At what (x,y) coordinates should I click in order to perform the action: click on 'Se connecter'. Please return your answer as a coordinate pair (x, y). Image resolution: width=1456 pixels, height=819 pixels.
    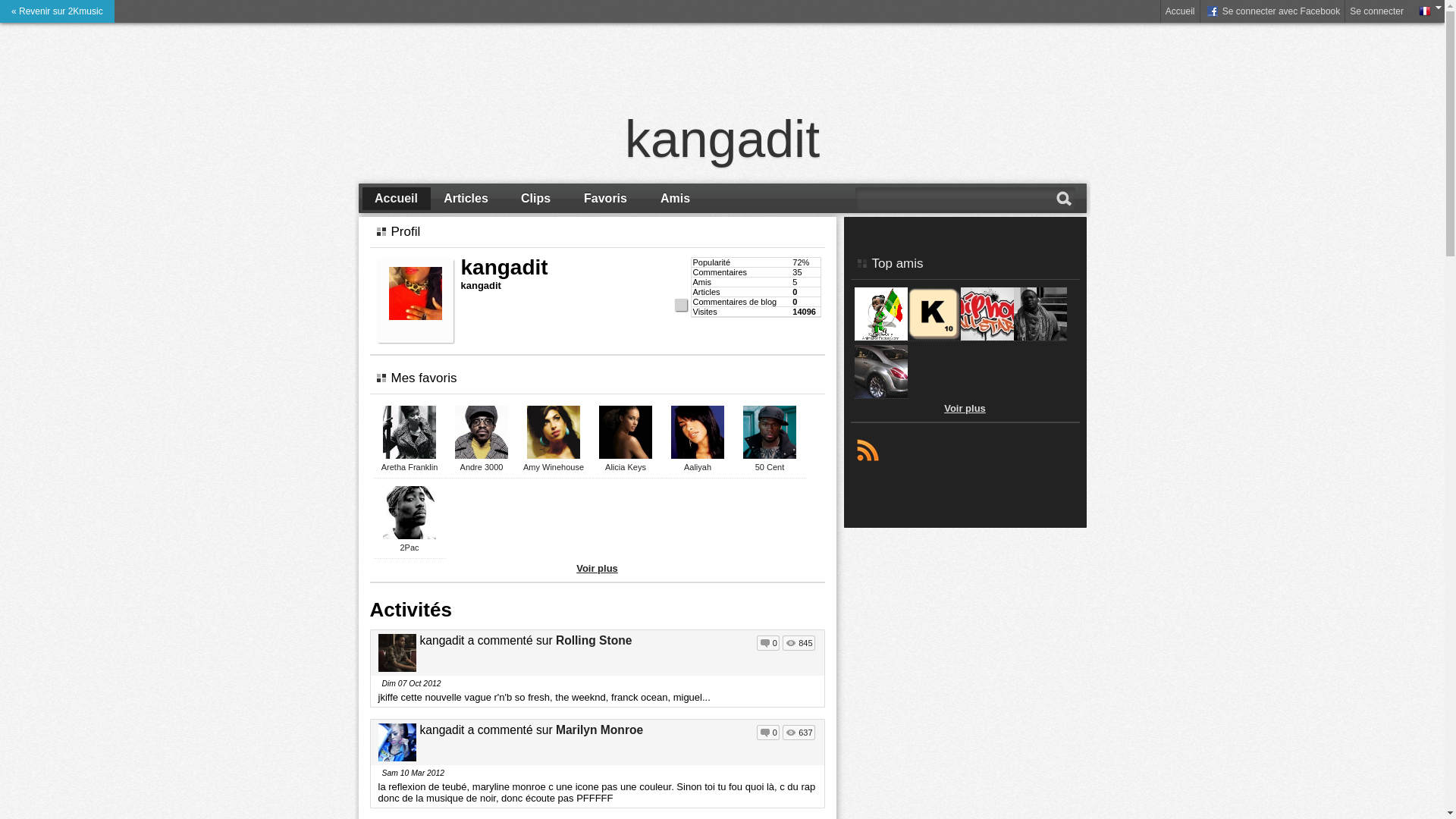
    Looking at the image, I should click on (1376, 11).